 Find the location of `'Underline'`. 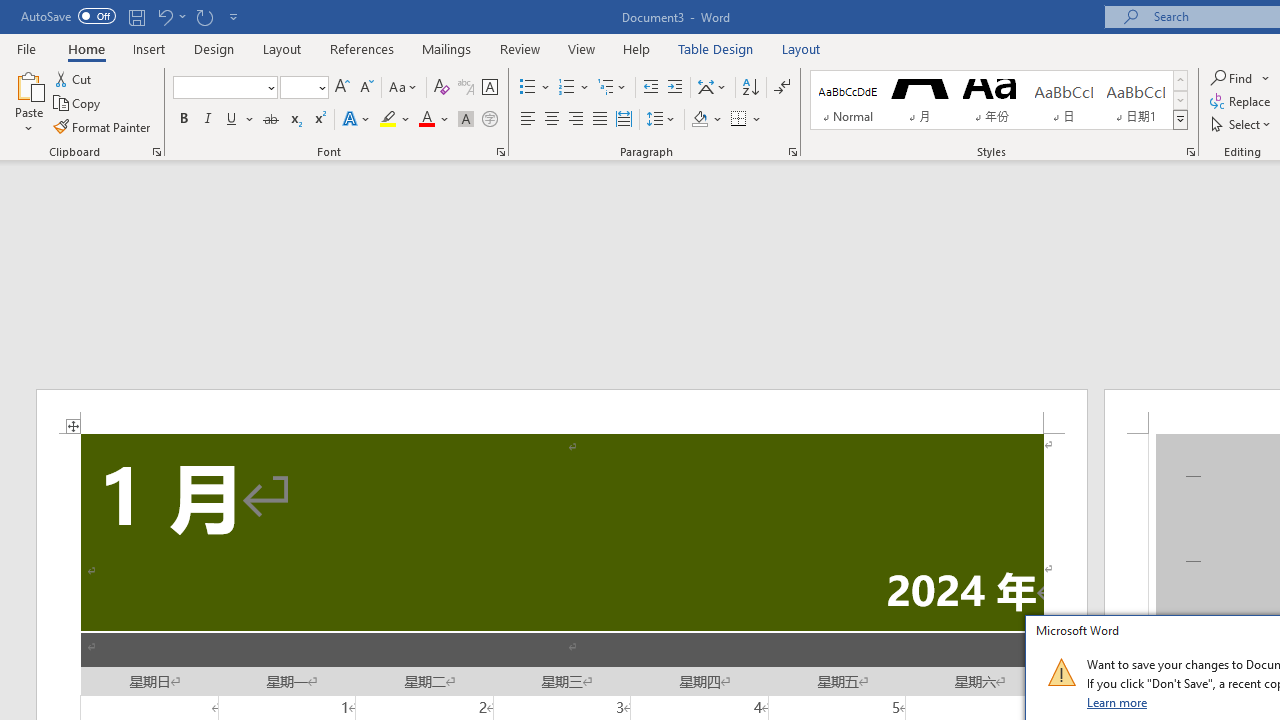

'Underline' is located at coordinates (232, 119).